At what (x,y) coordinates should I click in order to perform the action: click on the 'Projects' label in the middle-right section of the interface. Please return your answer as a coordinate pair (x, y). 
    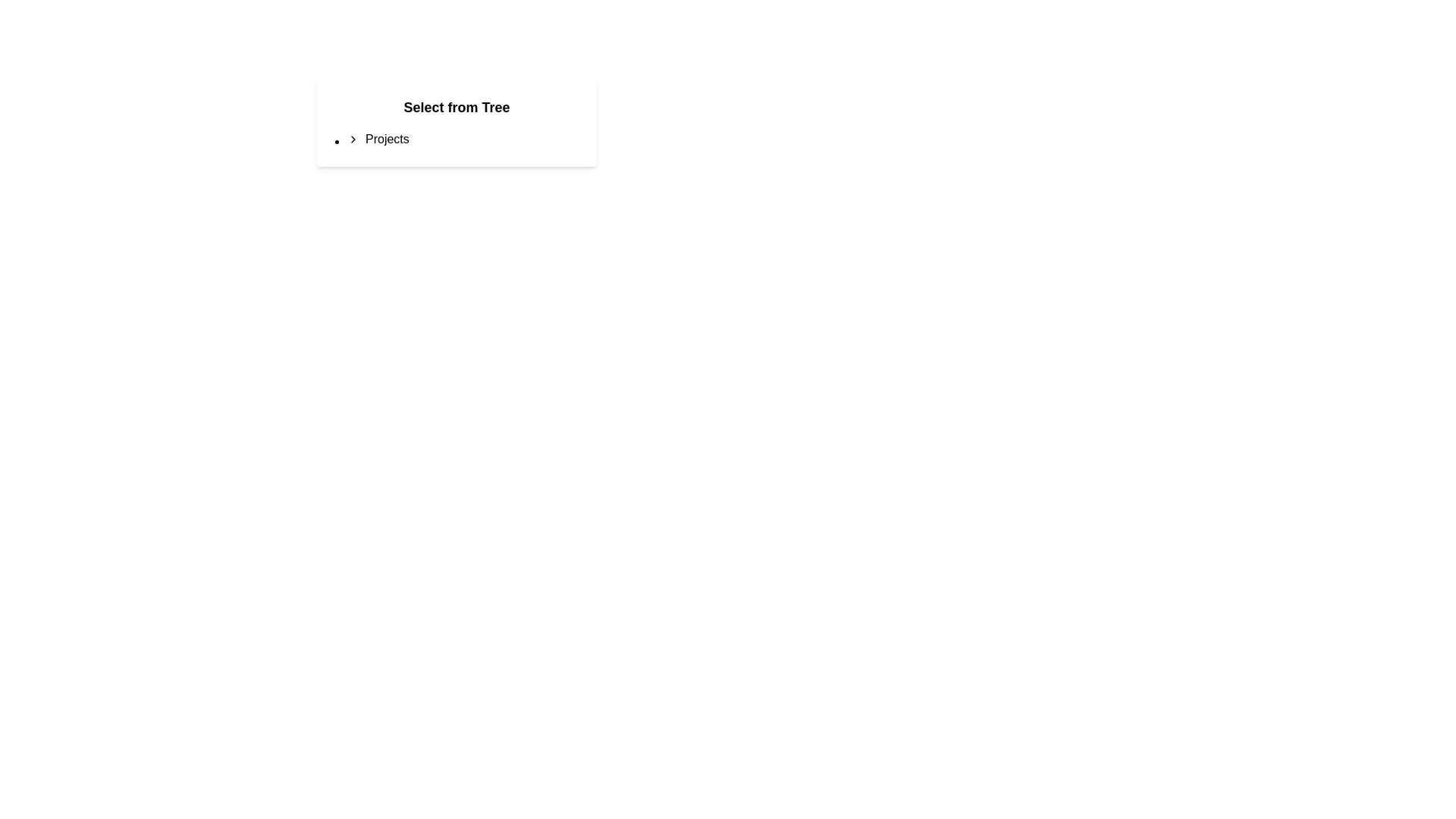
    Looking at the image, I should click on (387, 140).